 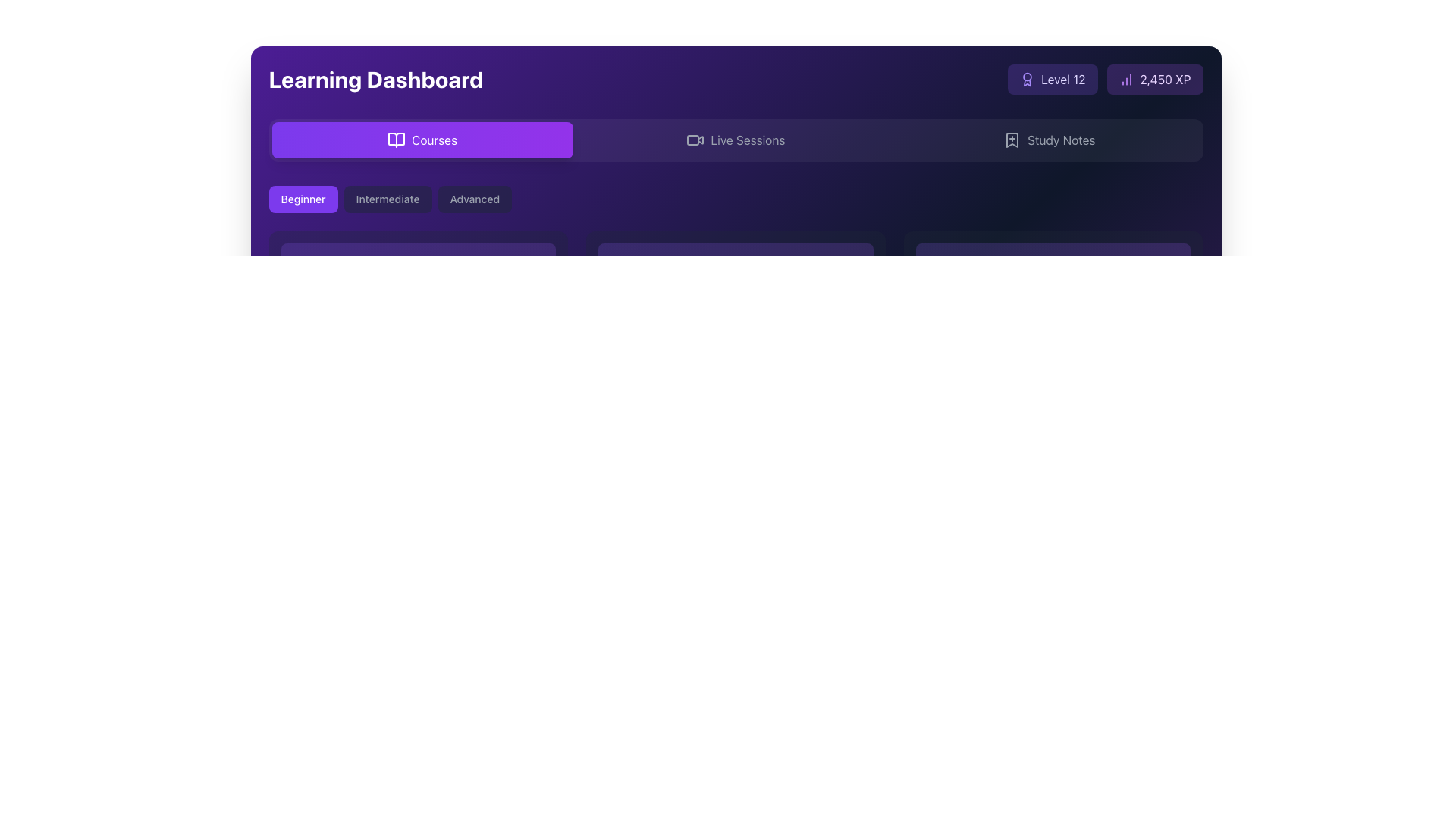 What do you see at coordinates (695, 140) in the screenshot?
I see `the 'Live Sessions' icon in the navigation bar, which symbolizes the live video content feature` at bounding box center [695, 140].